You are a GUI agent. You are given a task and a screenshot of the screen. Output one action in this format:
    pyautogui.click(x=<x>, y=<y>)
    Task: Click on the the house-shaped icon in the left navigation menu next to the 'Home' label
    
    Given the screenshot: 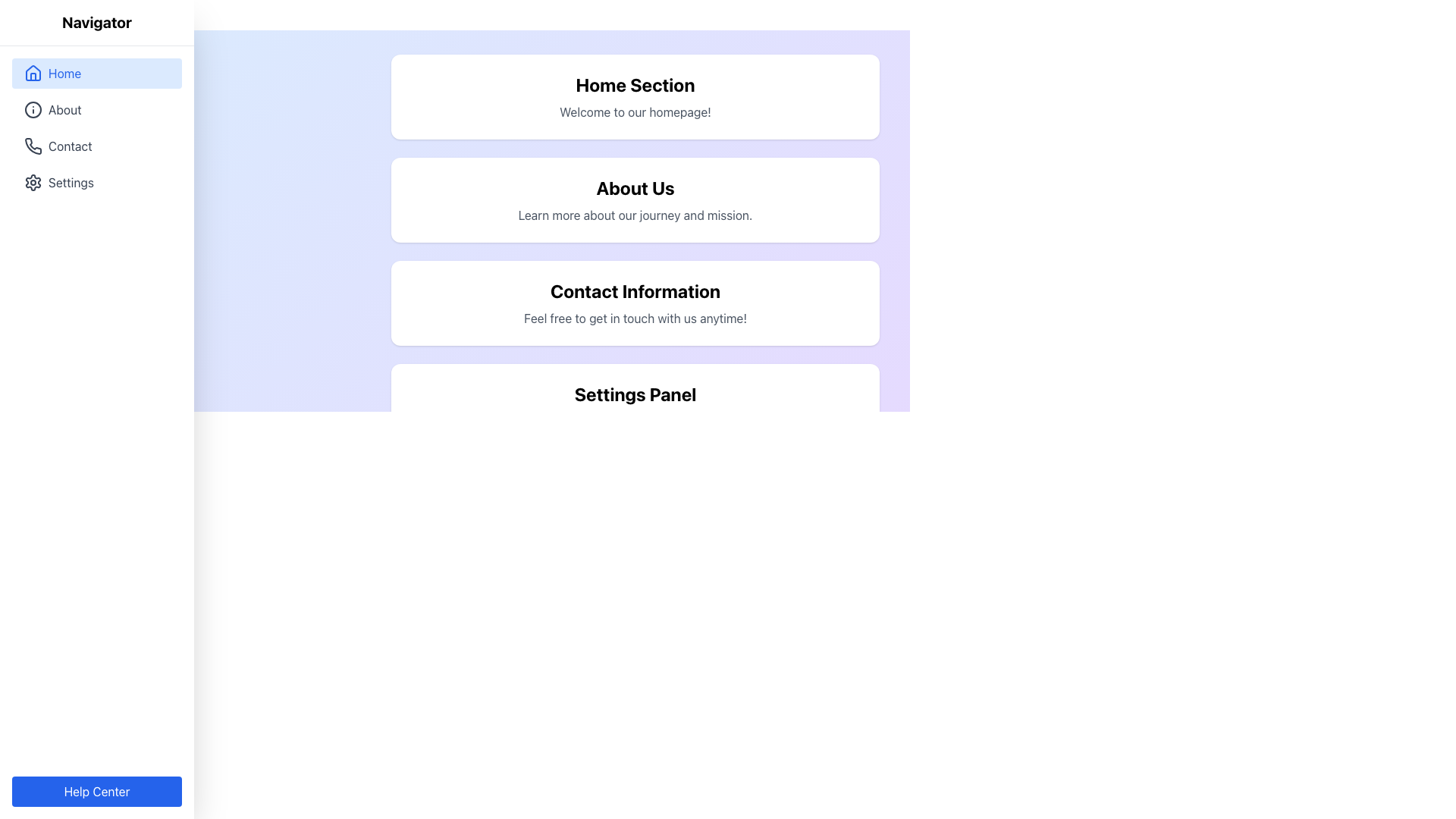 What is the action you would take?
    pyautogui.click(x=33, y=73)
    